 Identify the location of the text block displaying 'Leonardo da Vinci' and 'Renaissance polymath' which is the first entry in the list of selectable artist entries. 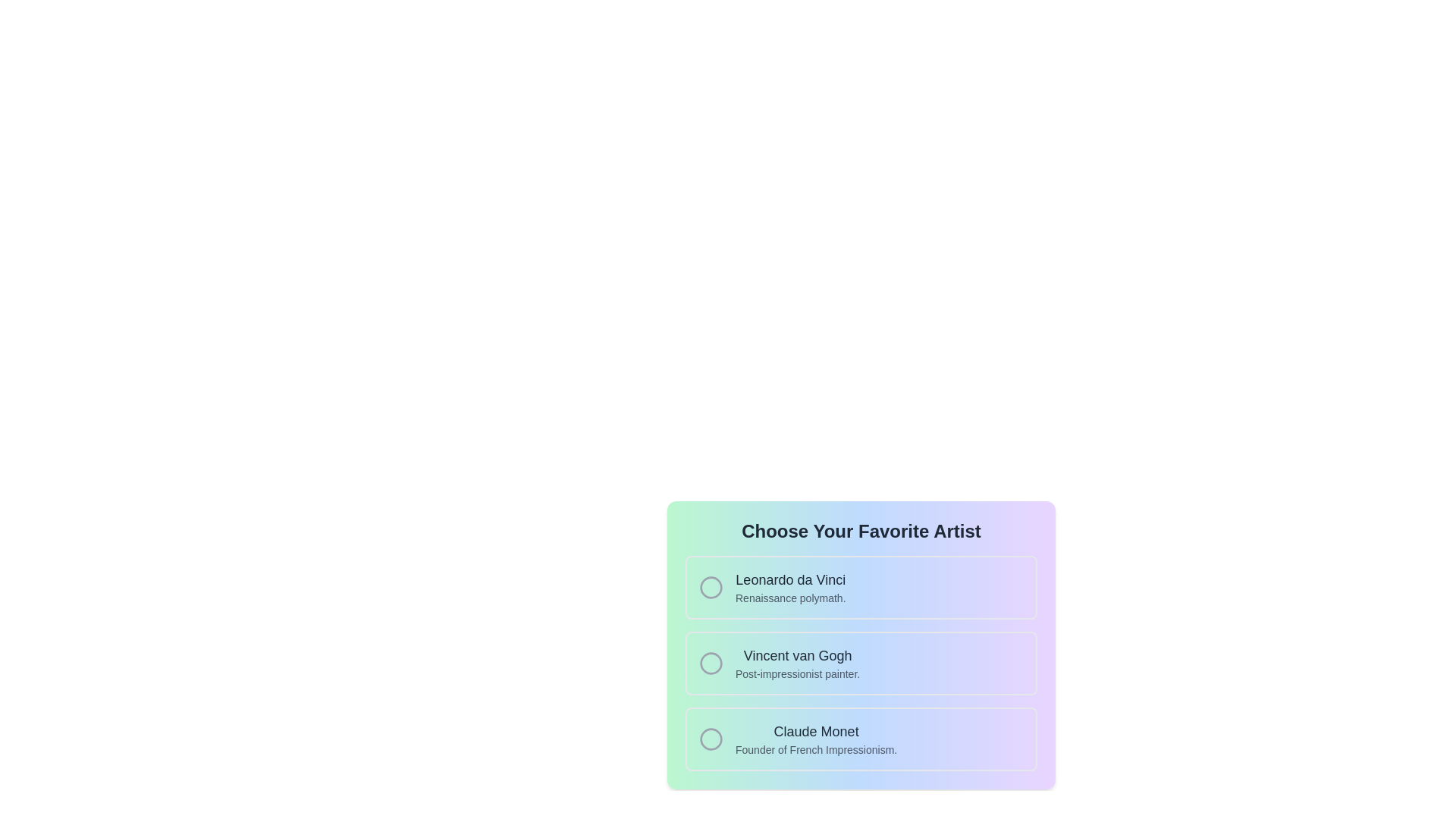
(789, 587).